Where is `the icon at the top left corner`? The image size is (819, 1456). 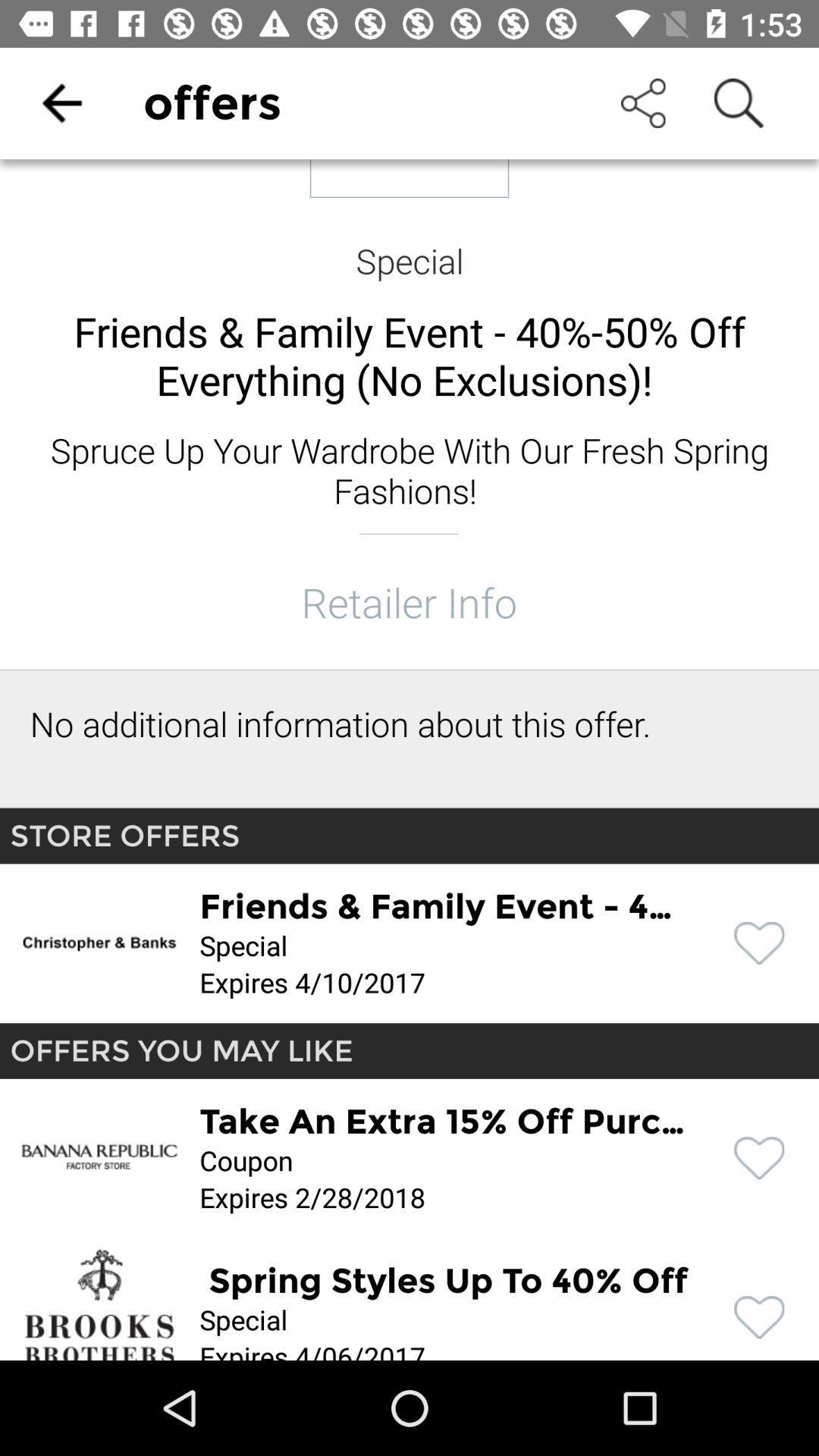 the icon at the top left corner is located at coordinates (61, 102).